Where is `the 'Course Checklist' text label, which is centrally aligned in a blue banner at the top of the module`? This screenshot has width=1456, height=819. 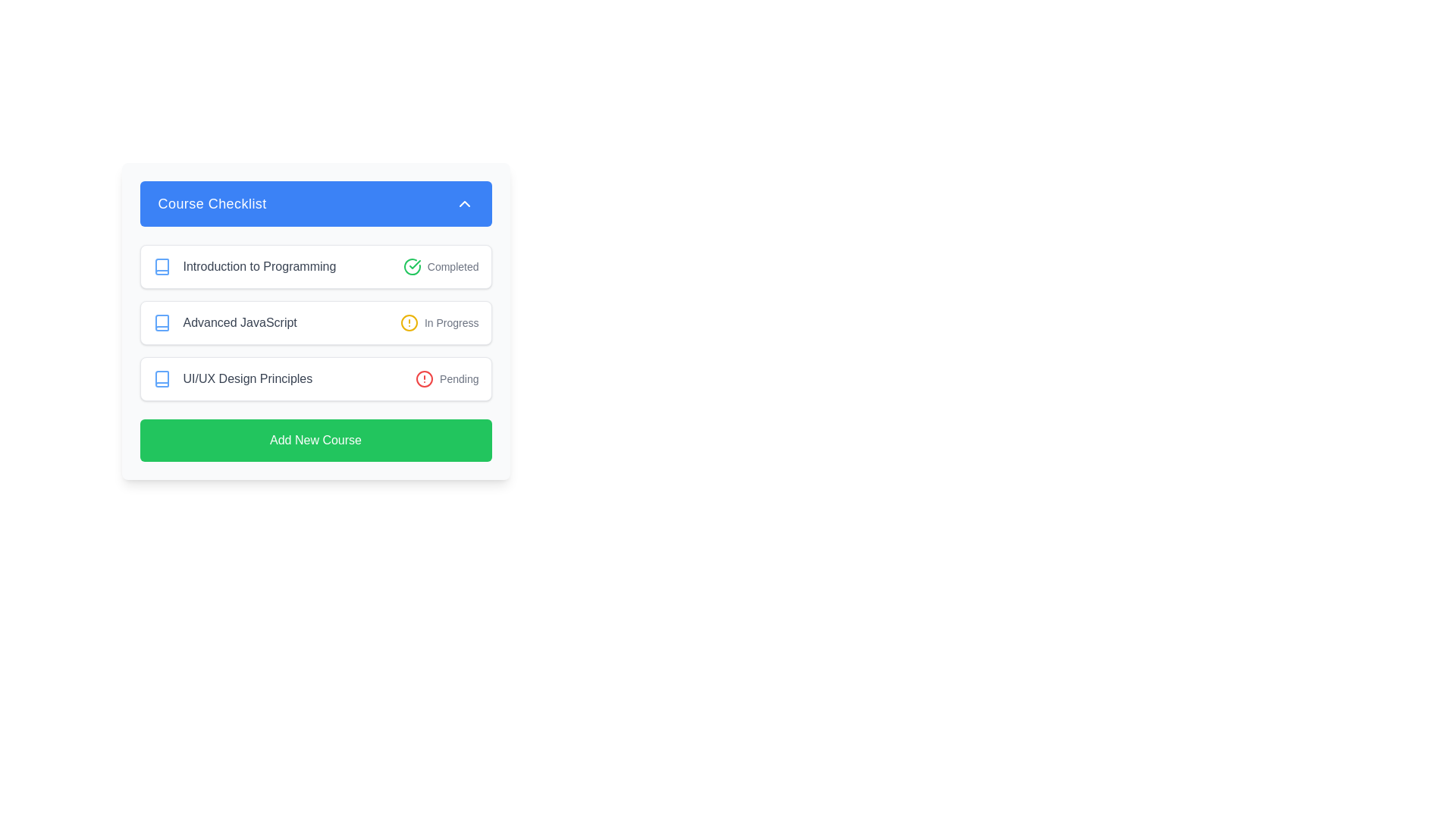
the 'Course Checklist' text label, which is centrally aligned in a blue banner at the top of the module is located at coordinates (212, 203).